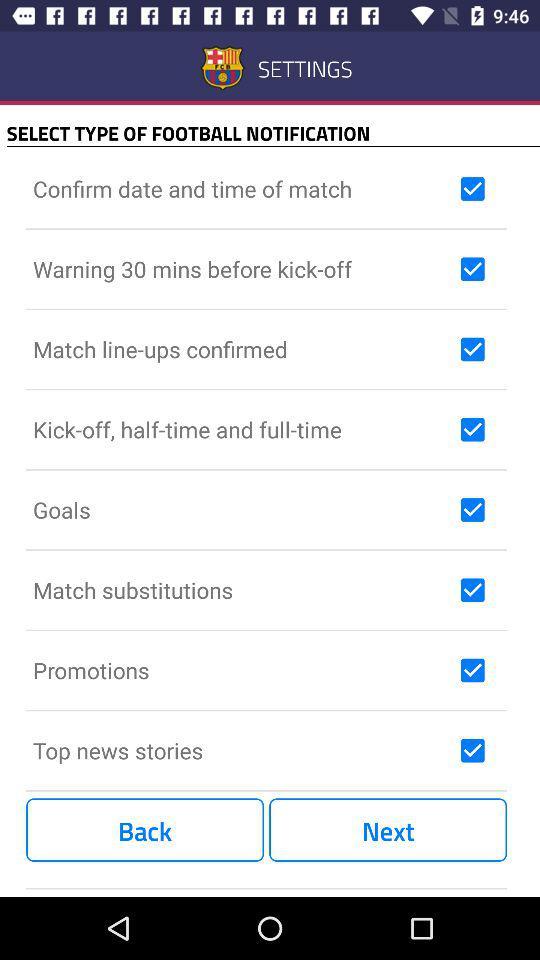 Image resolution: width=540 pixels, height=960 pixels. I want to click on type of football notification, so click(472, 429).